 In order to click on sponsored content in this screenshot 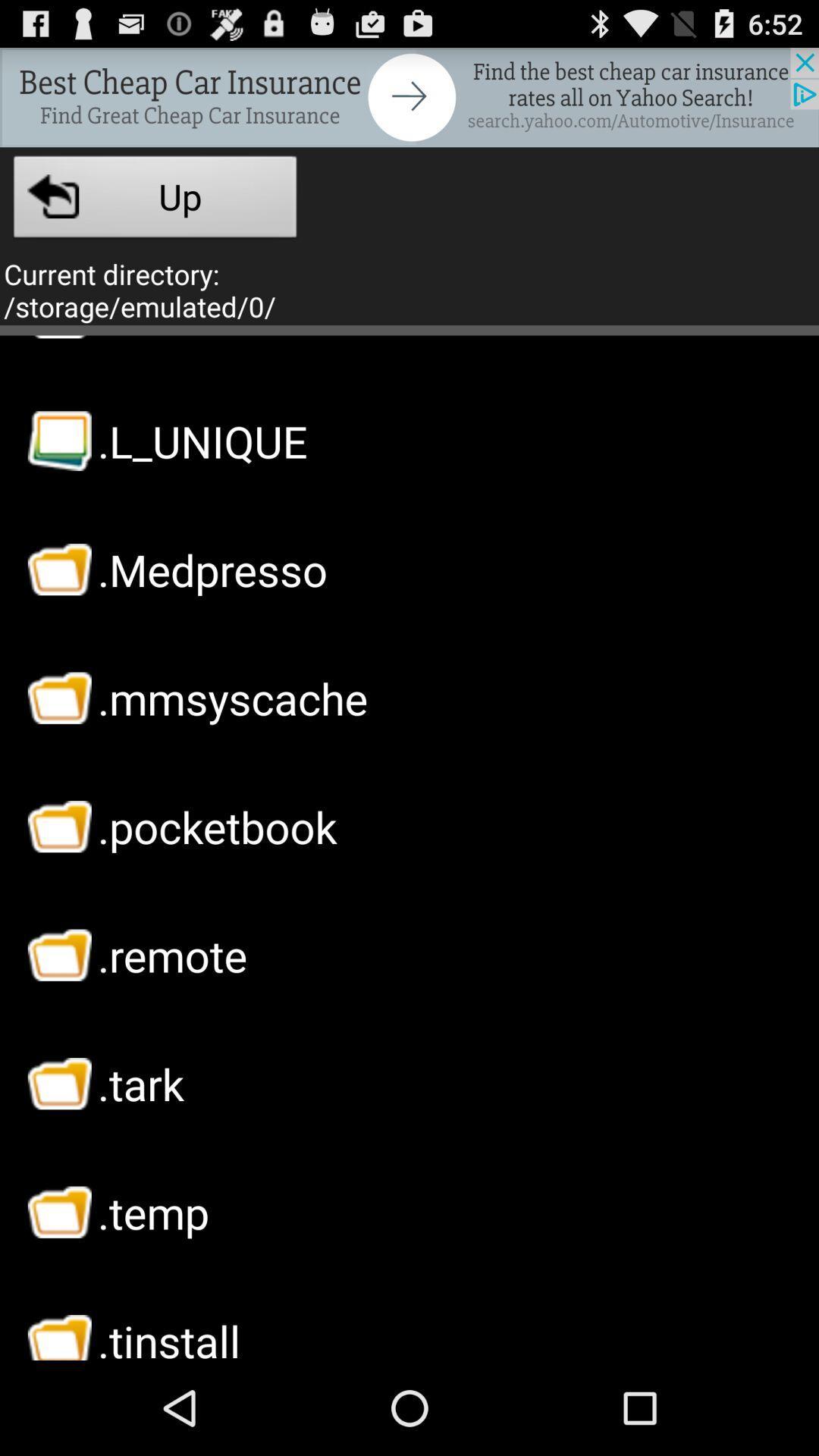, I will do `click(409, 96)`.